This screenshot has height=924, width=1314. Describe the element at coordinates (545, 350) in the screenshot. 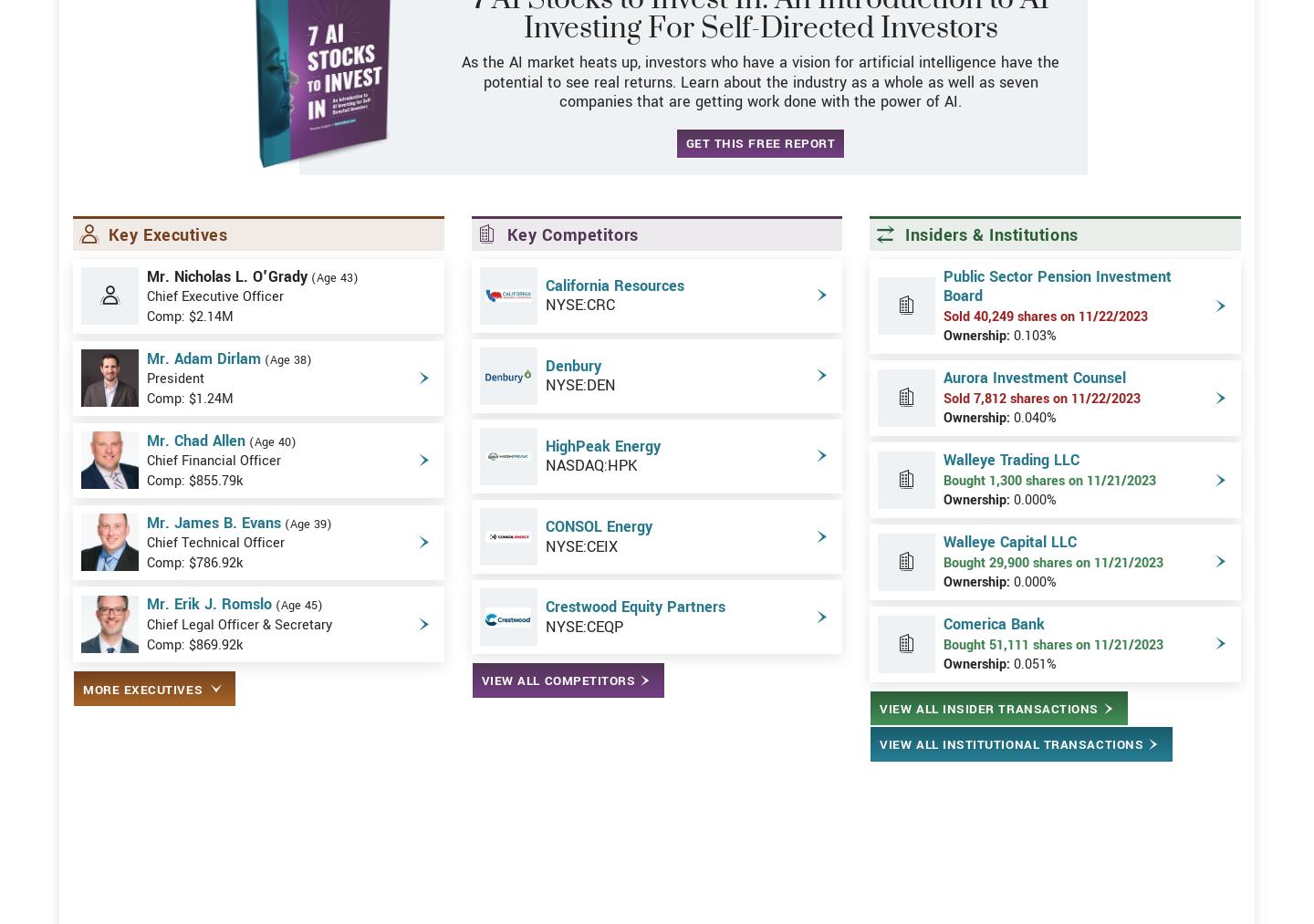

I see `'California Resources'` at that location.